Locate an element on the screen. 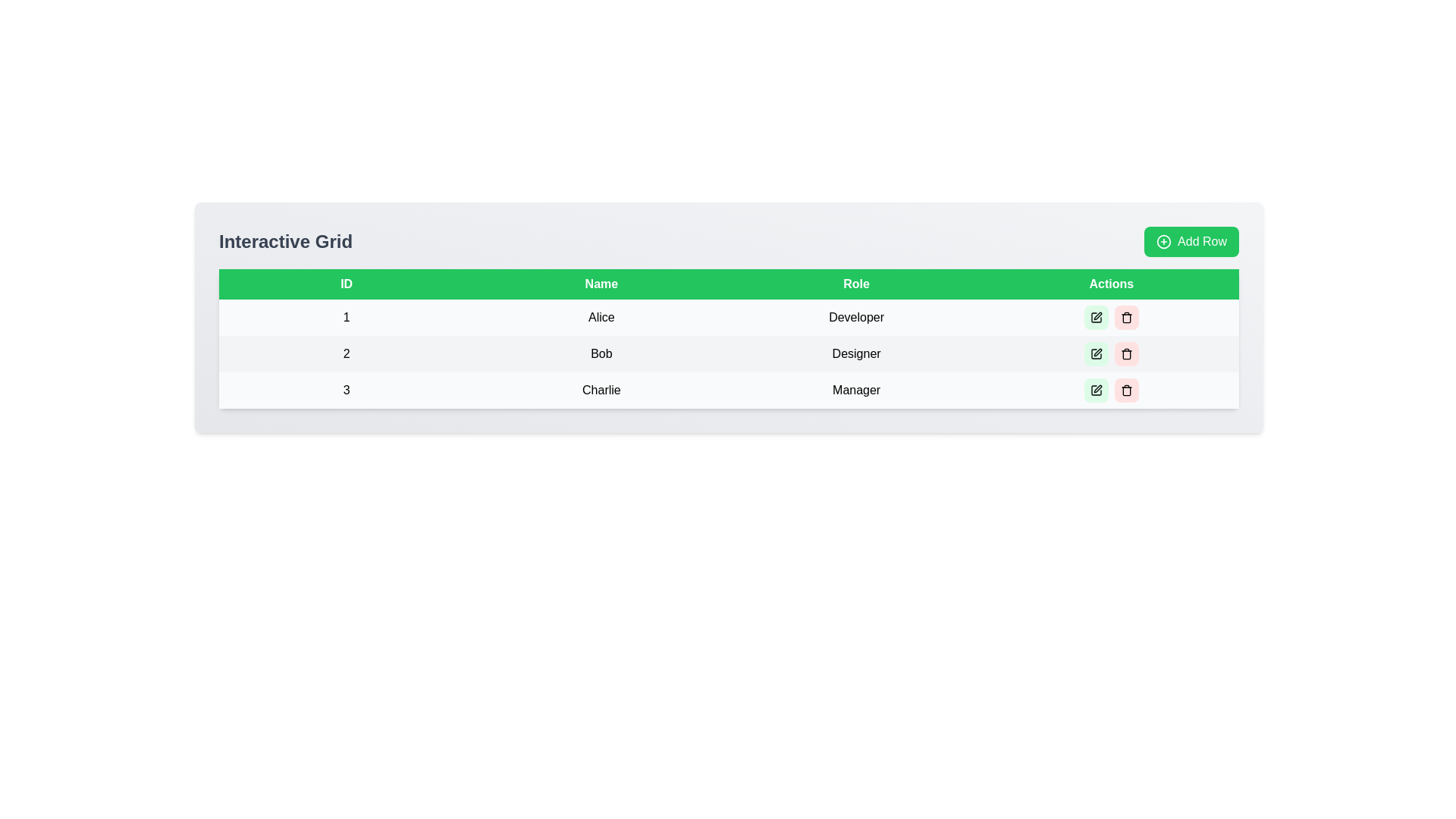 The height and width of the screenshot is (819, 1456). the Action icon (edit) in the 'Actions' column of the second row for 'Bob, Designer' to initiate editing is located at coordinates (1097, 353).